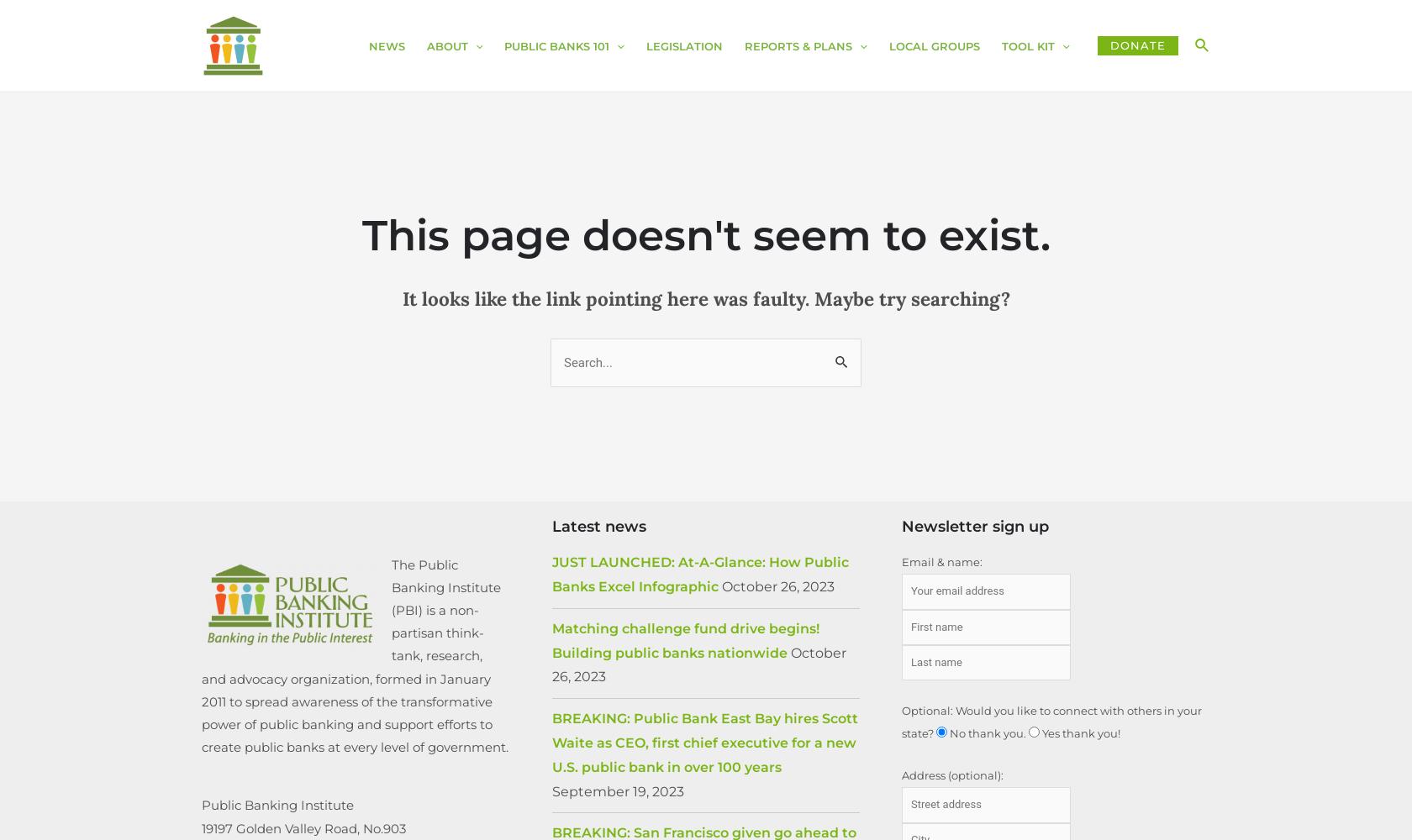 This screenshot has height=840, width=1412. I want to click on 'Latest news', so click(598, 526).